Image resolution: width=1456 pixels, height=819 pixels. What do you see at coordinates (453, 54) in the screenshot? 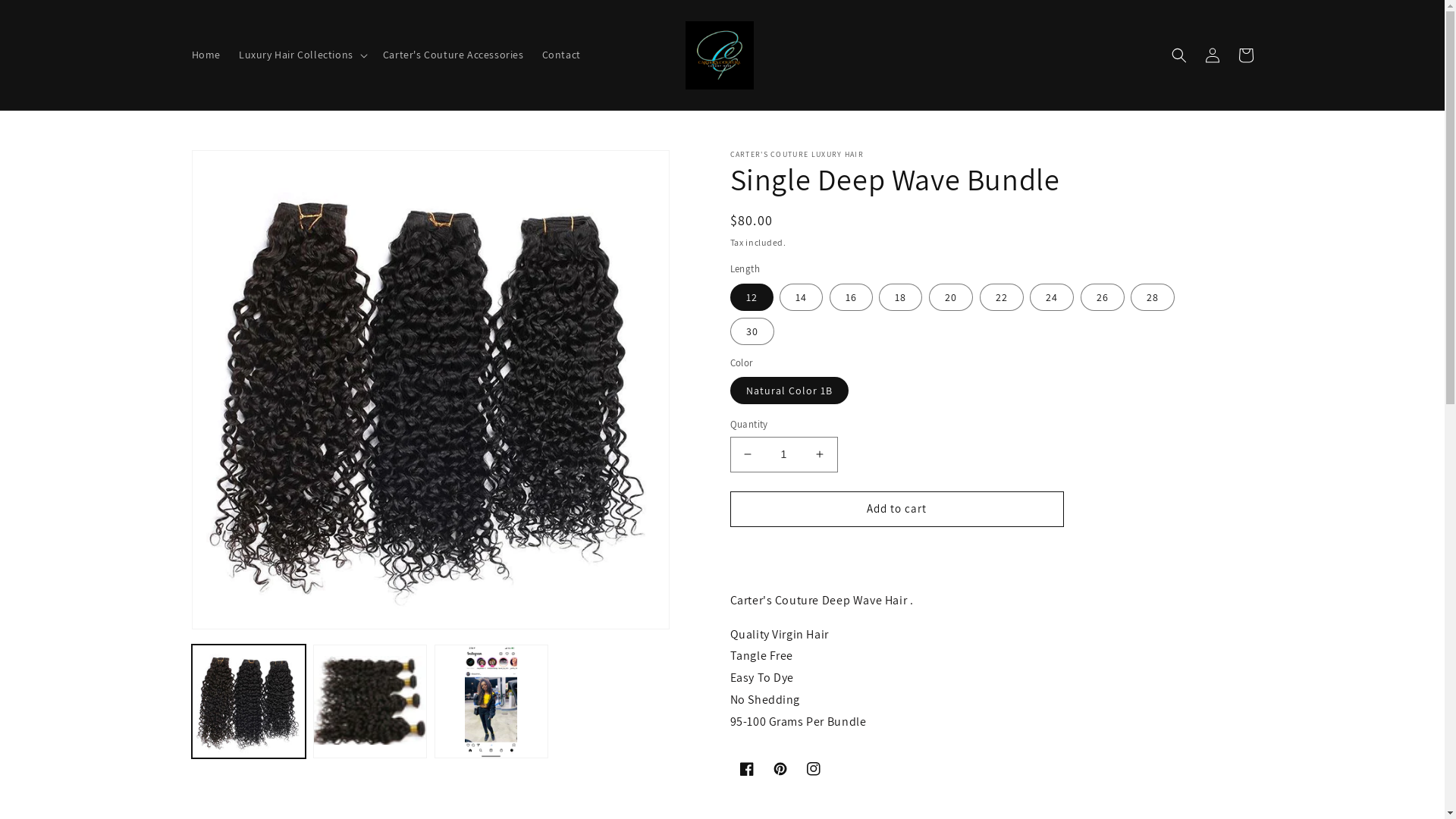
I see `'Carter's Couture Accessories'` at bounding box center [453, 54].